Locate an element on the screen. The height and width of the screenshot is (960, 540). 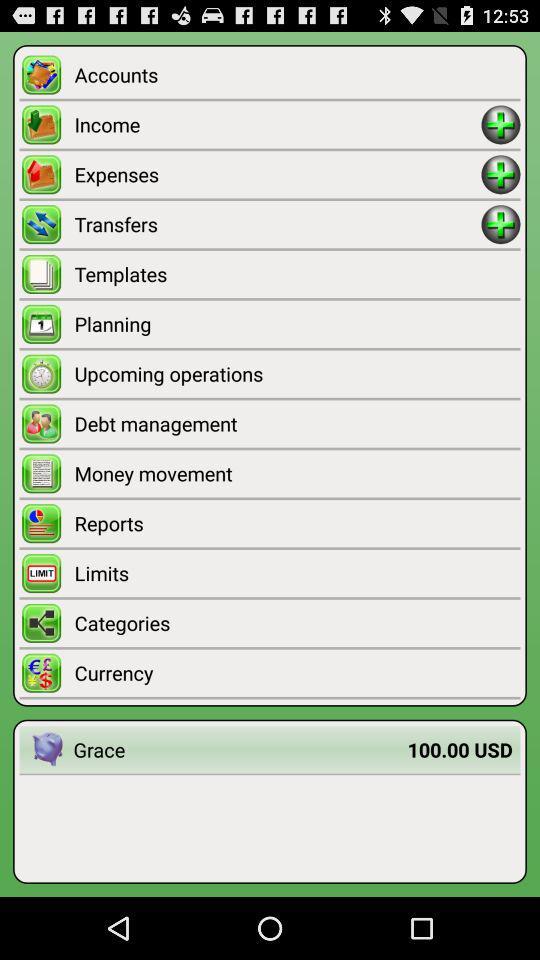
app below the currency item is located at coordinates (460, 748).